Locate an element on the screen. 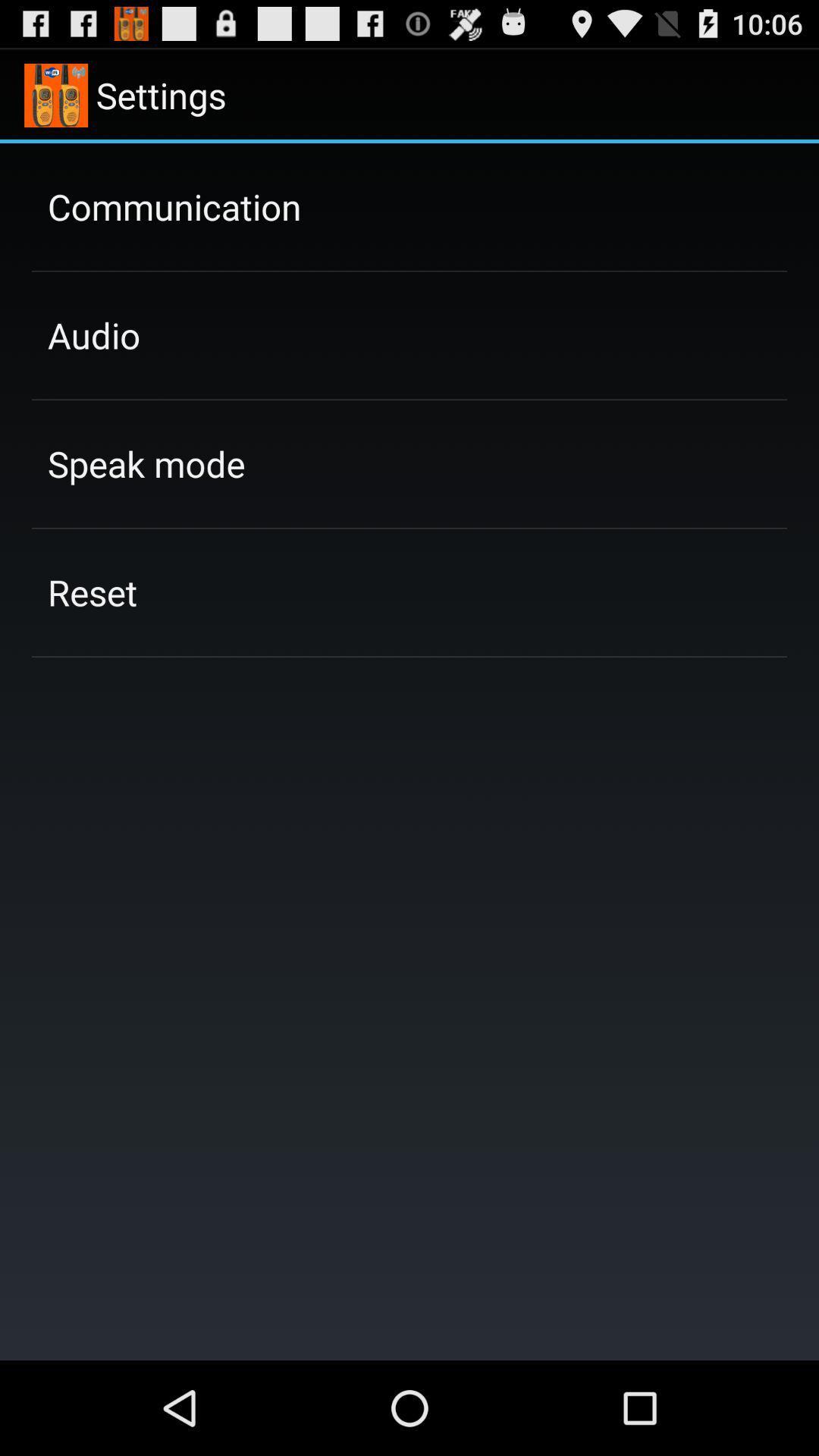 The width and height of the screenshot is (819, 1456). the item below the speak mode is located at coordinates (93, 591).